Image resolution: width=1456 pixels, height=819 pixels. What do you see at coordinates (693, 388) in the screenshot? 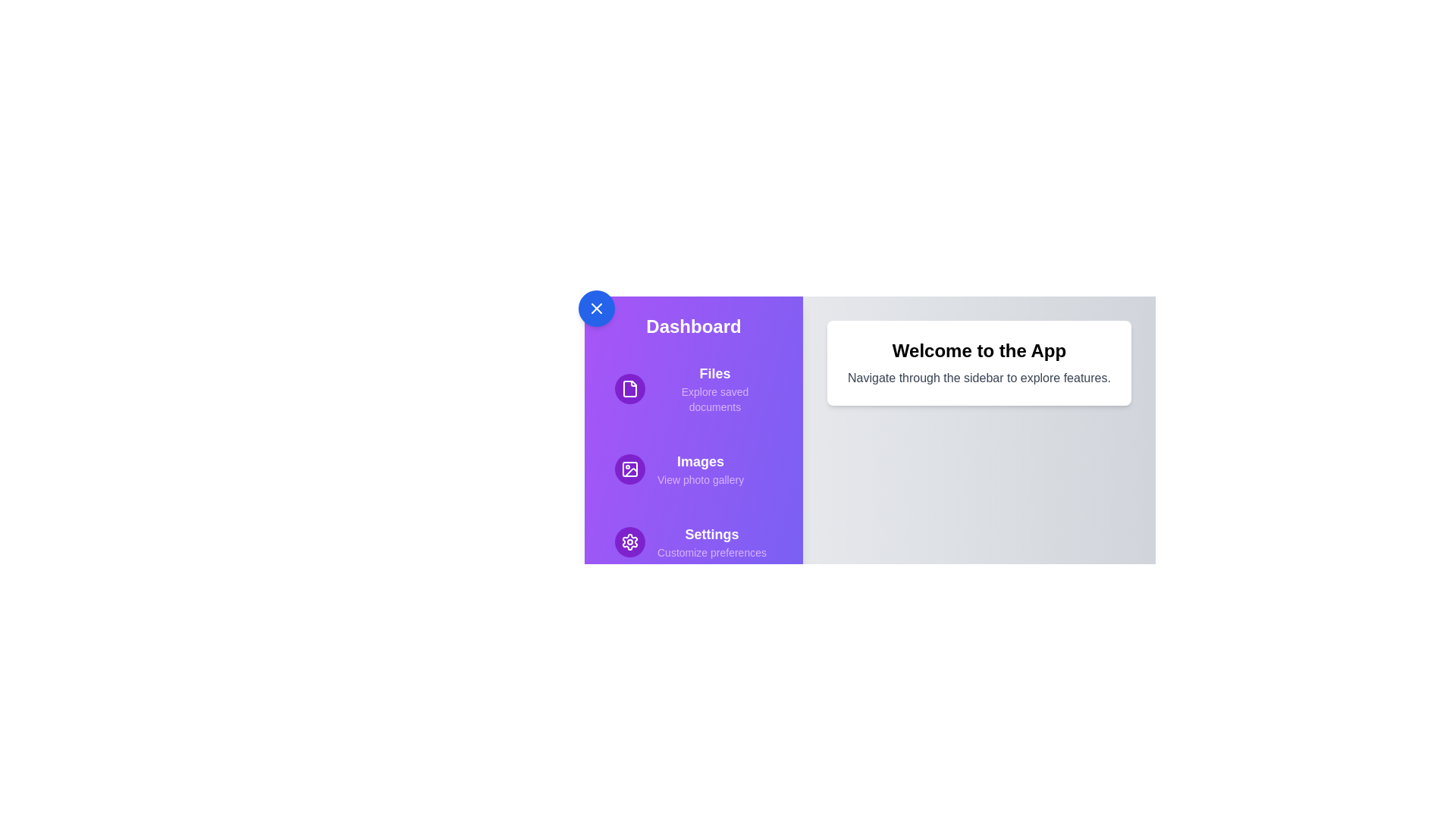
I see `the menu item Files to view its highlight effect` at bounding box center [693, 388].